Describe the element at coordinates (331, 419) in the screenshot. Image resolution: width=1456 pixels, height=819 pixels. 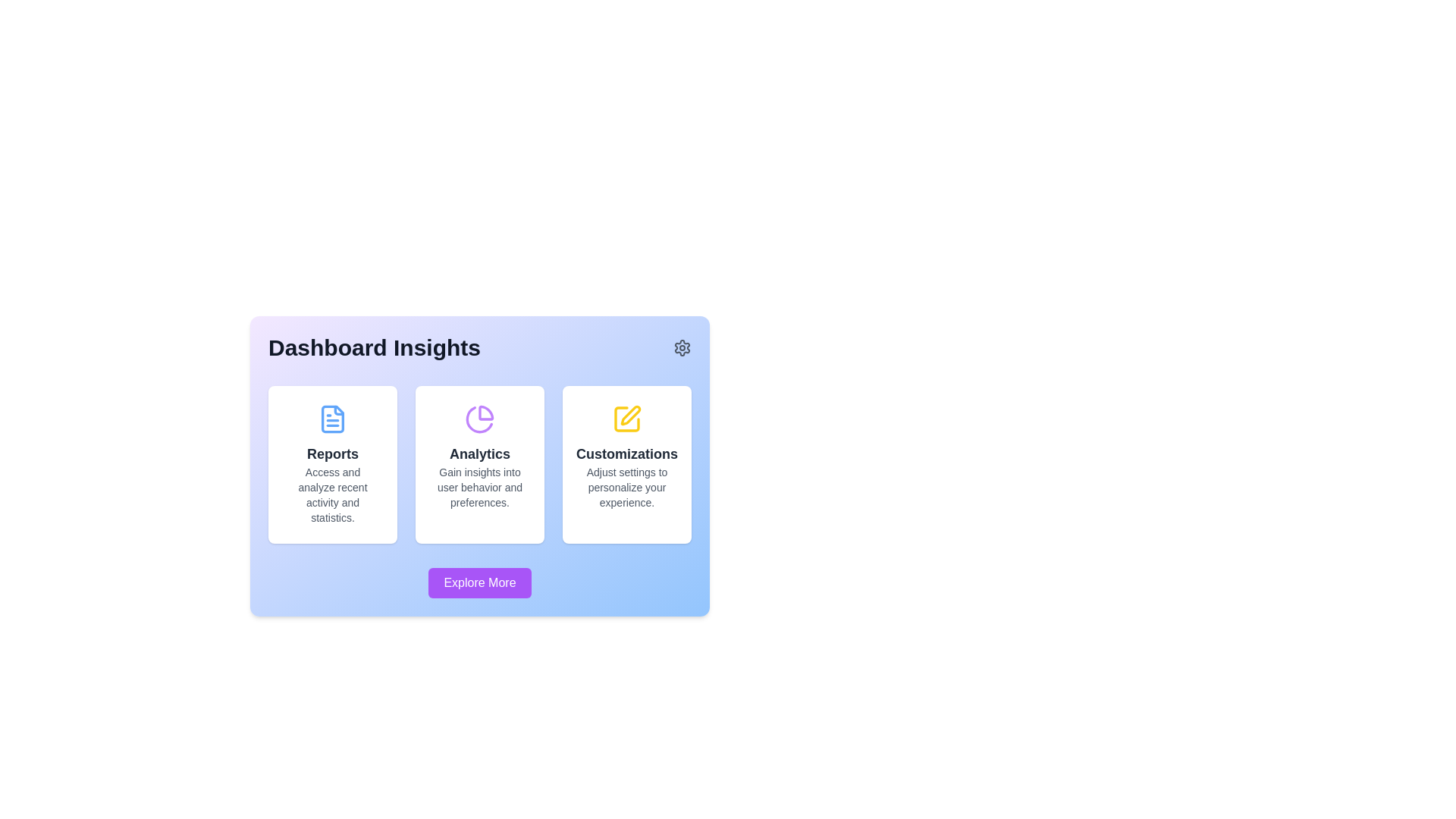
I see `the blue file-like icon within the 'Reports' card in the 'Dashboard Insights' layout for information` at that location.